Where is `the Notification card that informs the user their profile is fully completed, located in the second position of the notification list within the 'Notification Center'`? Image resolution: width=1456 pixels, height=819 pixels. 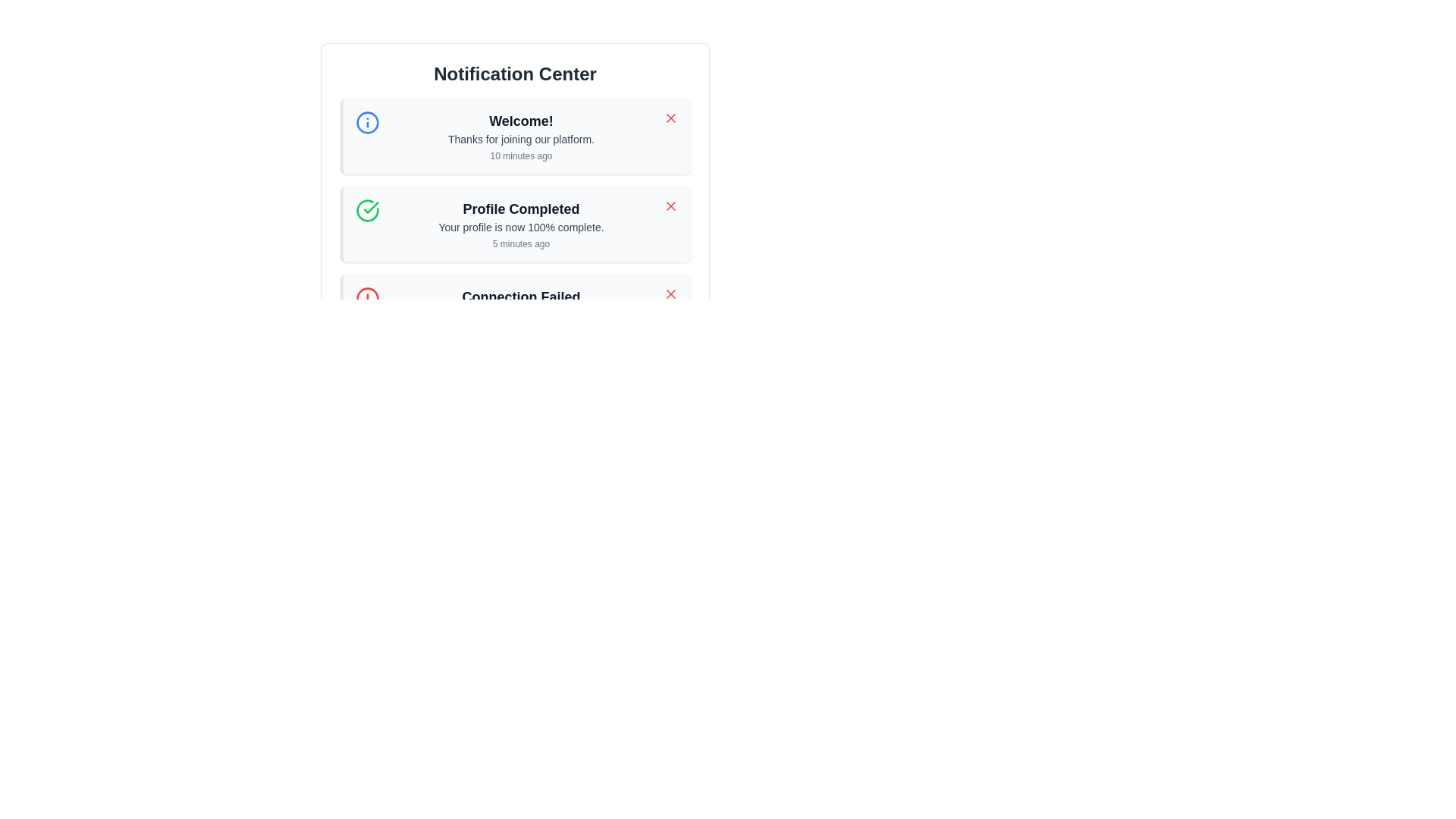 the Notification card that informs the user their profile is fully completed, located in the second position of the notification list within the 'Notification Center' is located at coordinates (515, 206).